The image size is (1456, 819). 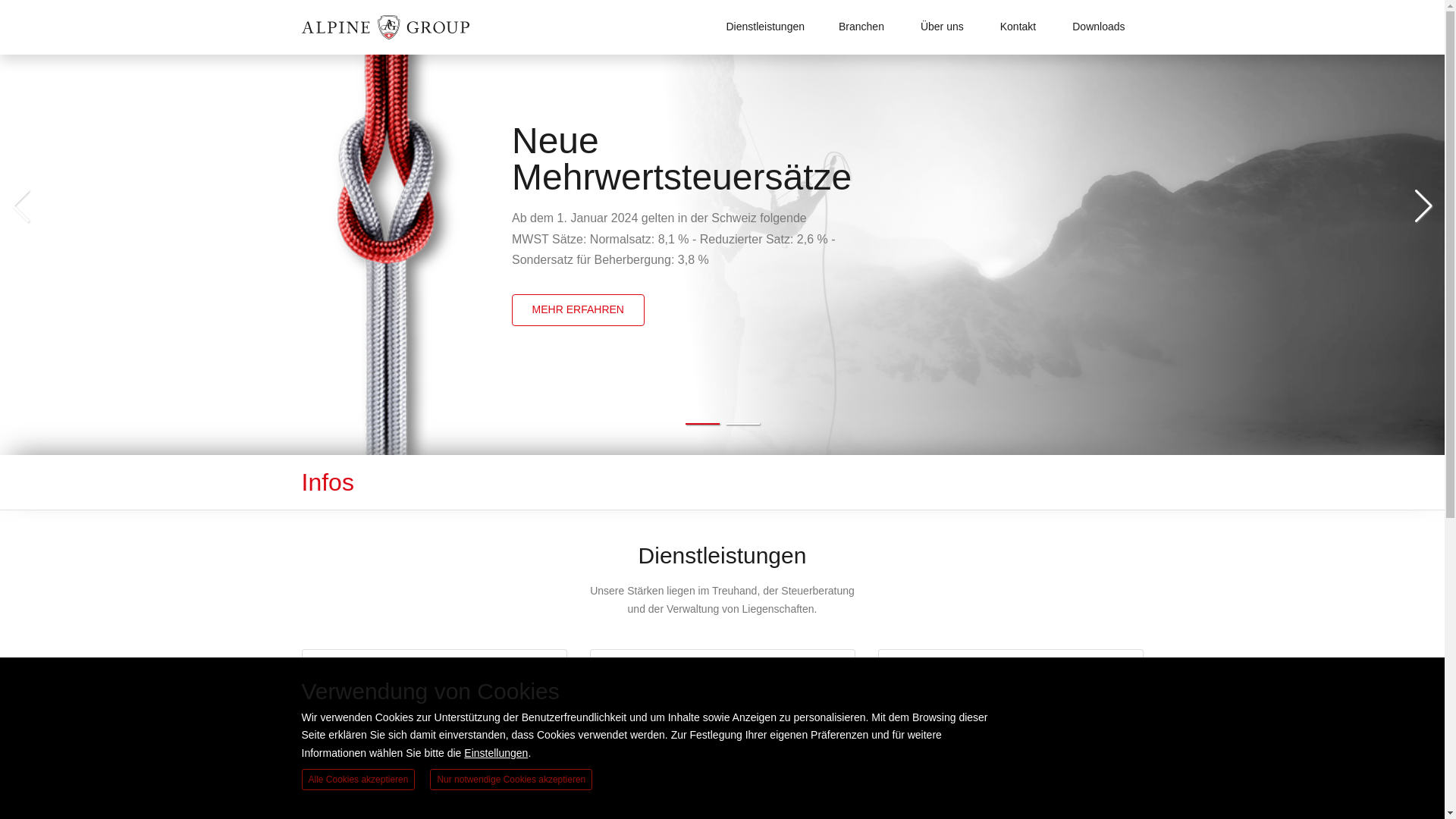 I want to click on 'Alle Cookies akzeptieren', so click(x=358, y=780).